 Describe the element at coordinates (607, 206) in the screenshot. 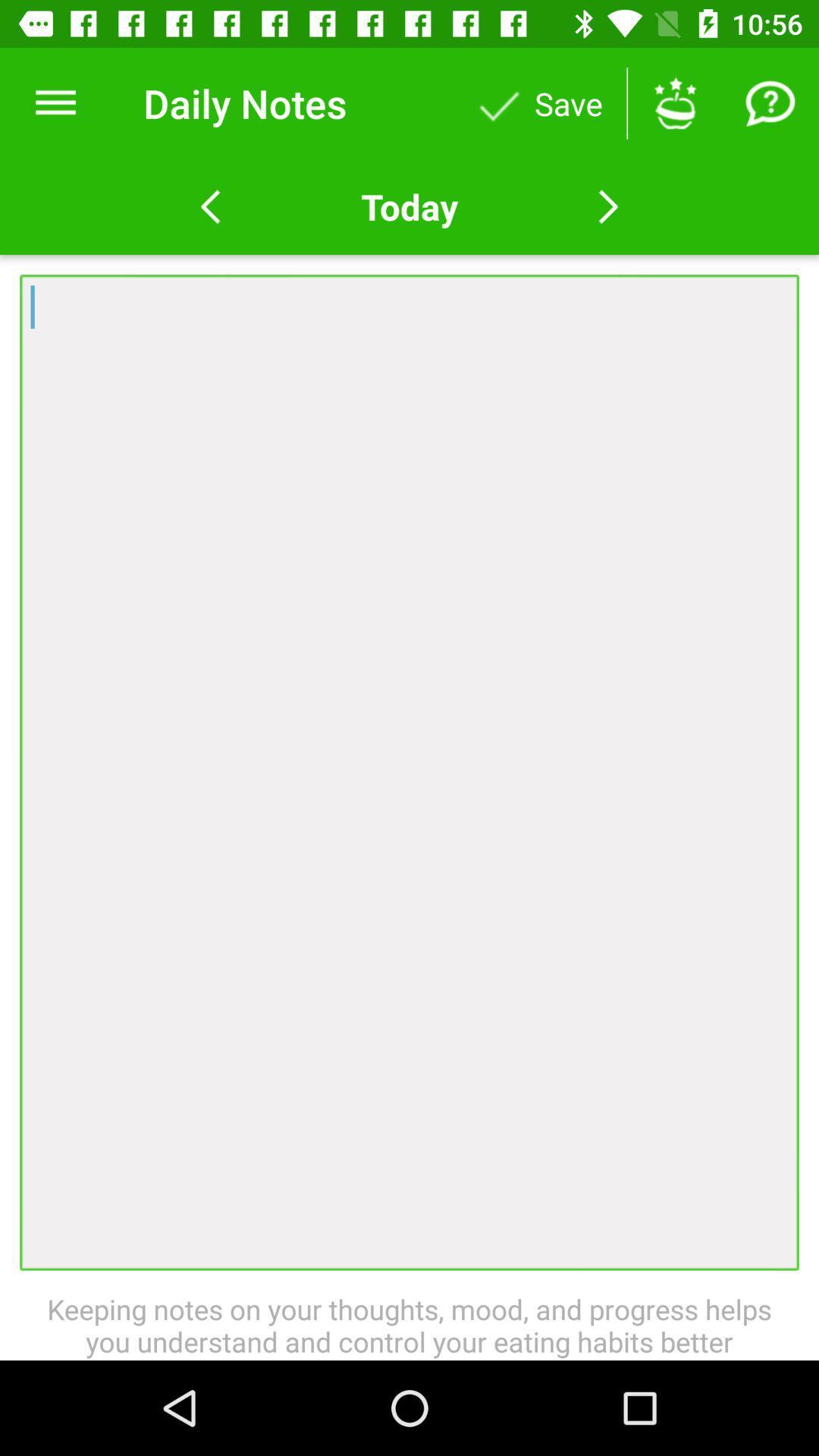

I see `next day` at that location.